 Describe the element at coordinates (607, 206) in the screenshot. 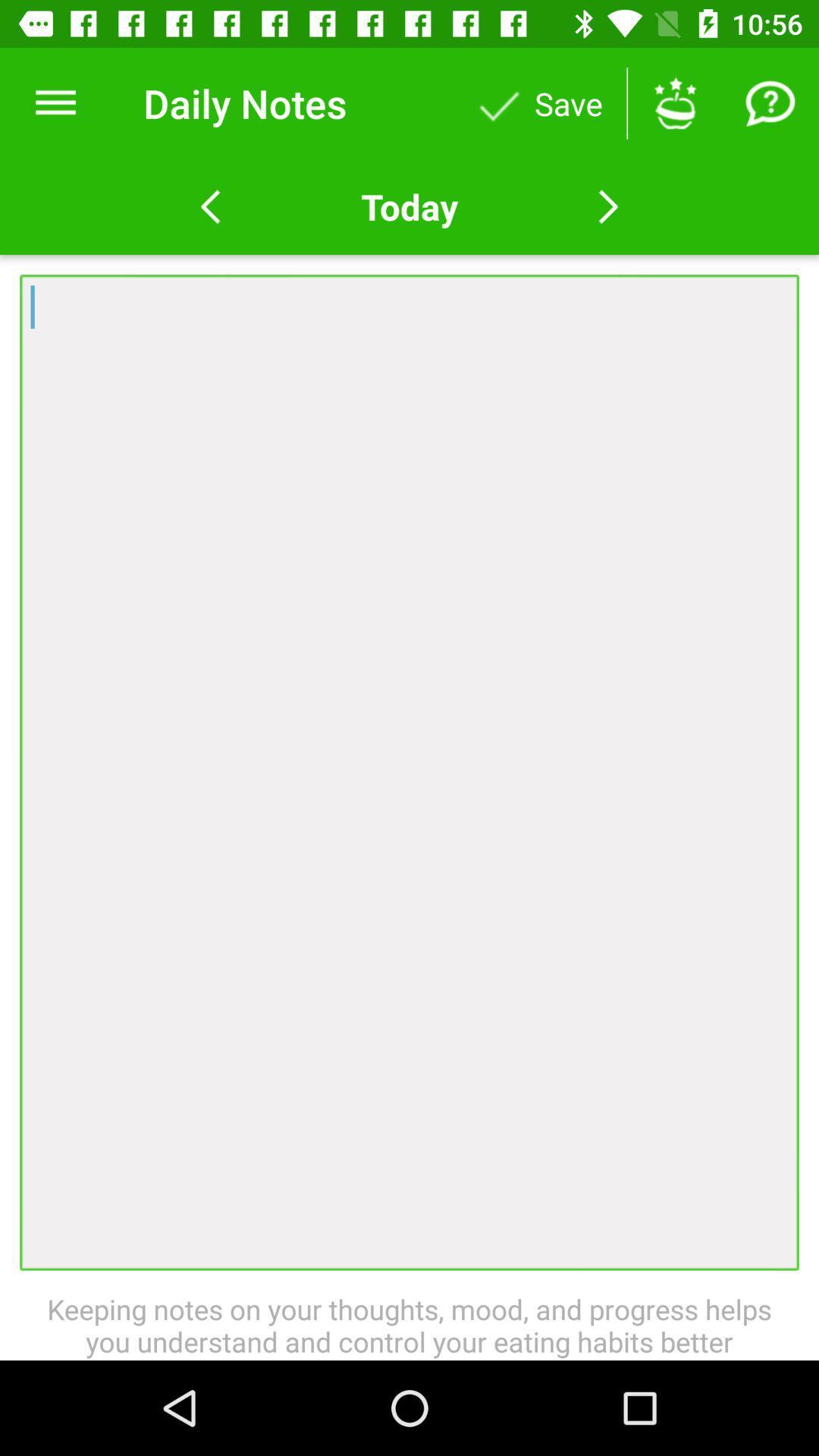

I see `next day` at that location.